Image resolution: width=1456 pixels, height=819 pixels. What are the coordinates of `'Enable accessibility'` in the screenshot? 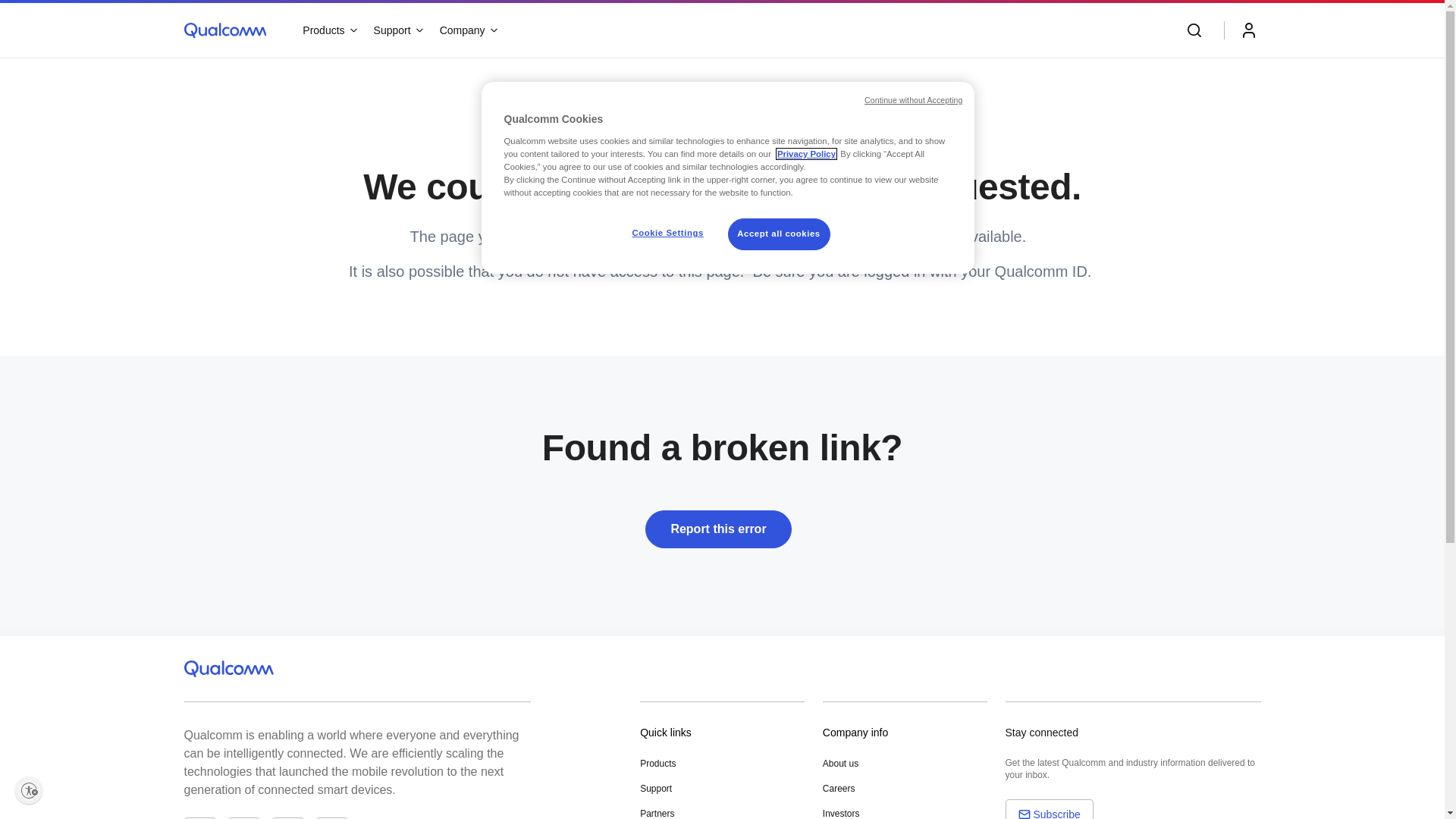 It's located at (29, 789).